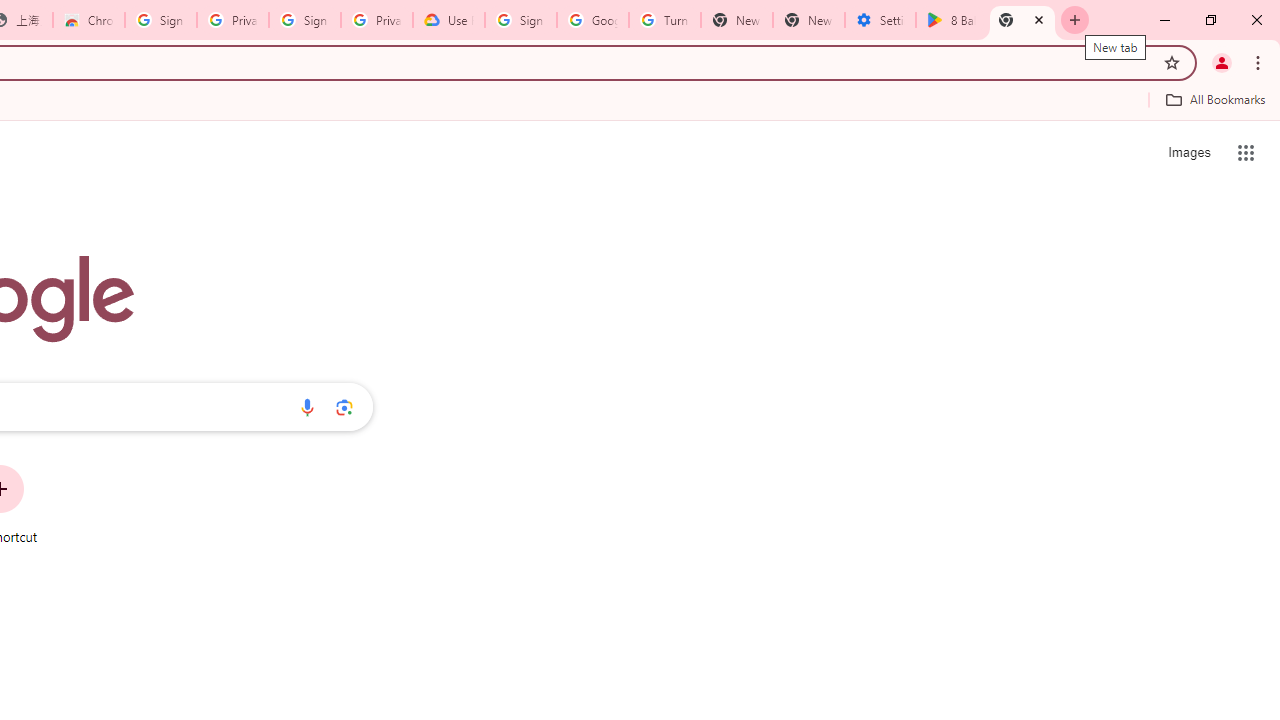 Image resolution: width=1280 pixels, height=720 pixels. I want to click on 'Chrome Web Store - Color themes by Chrome', so click(87, 20).